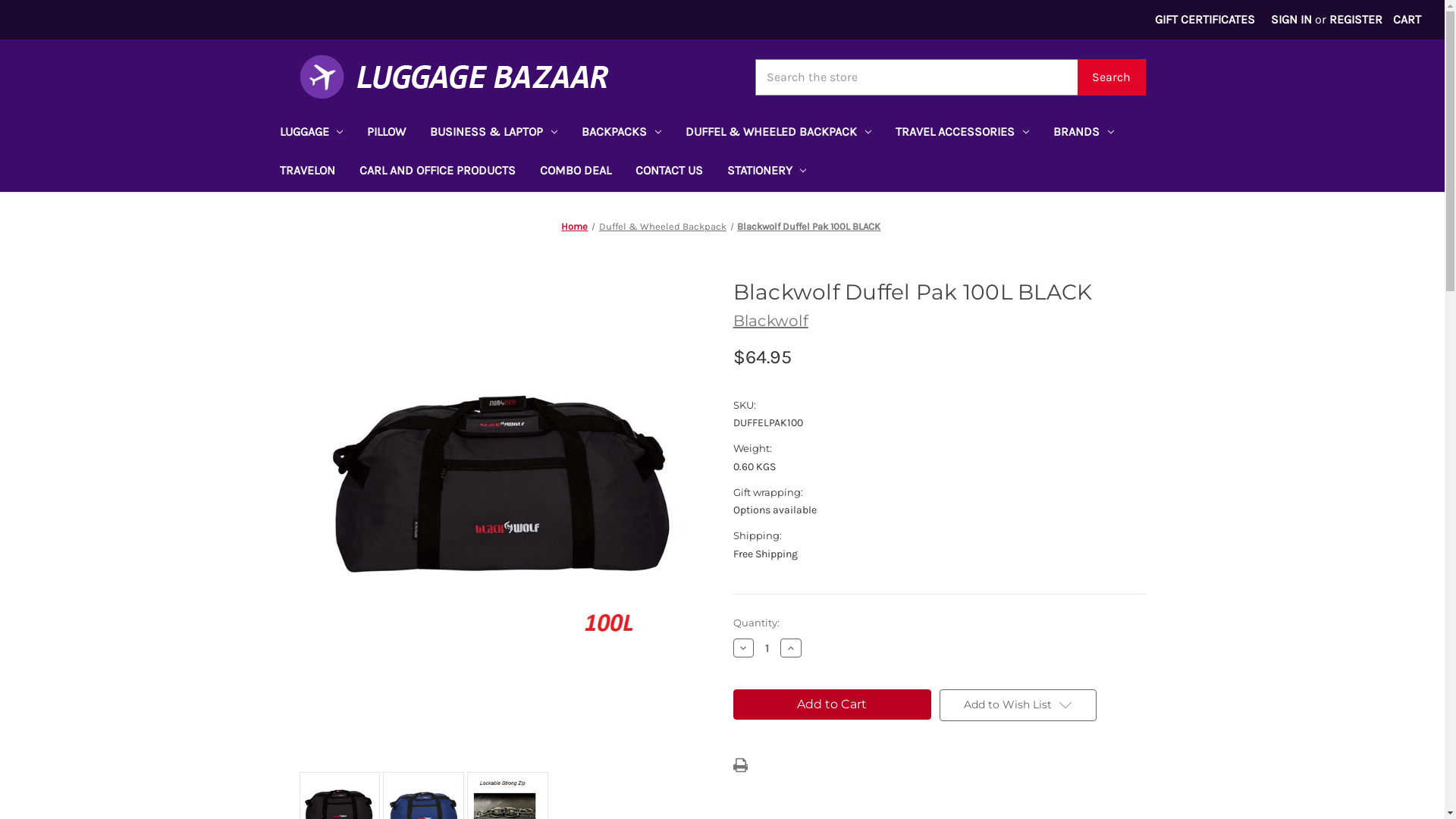 Image resolution: width=1456 pixels, height=819 pixels. What do you see at coordinates (1204, 20) in the screenshot?
I see `'GIFT CERTIFICATES'` at bounding box center [1204, 20].